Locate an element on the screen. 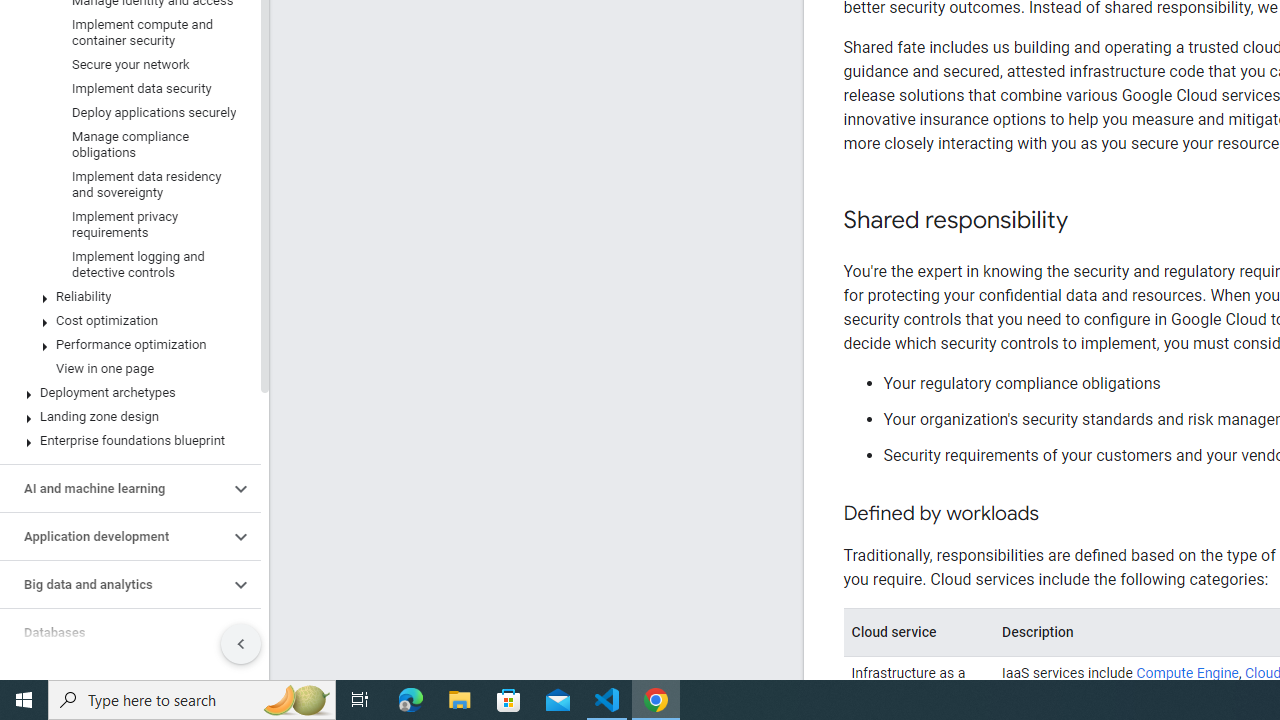  'Copy link to this section: Shared responsibility' is located at coordinates (1087, 221).